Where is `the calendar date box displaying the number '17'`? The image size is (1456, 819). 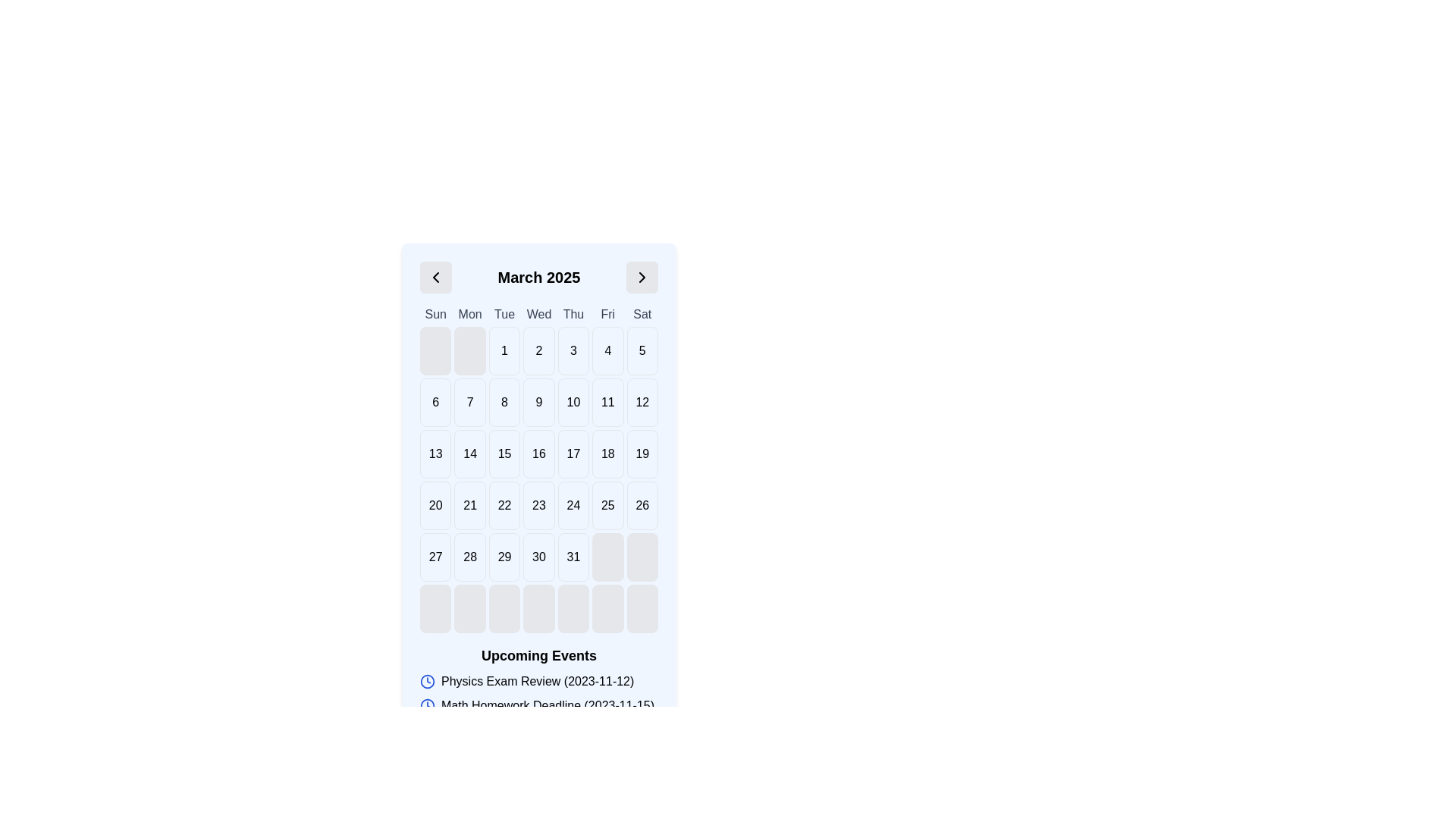
the calendar date box displaying the number '17' is located at coordinates (573, 453).